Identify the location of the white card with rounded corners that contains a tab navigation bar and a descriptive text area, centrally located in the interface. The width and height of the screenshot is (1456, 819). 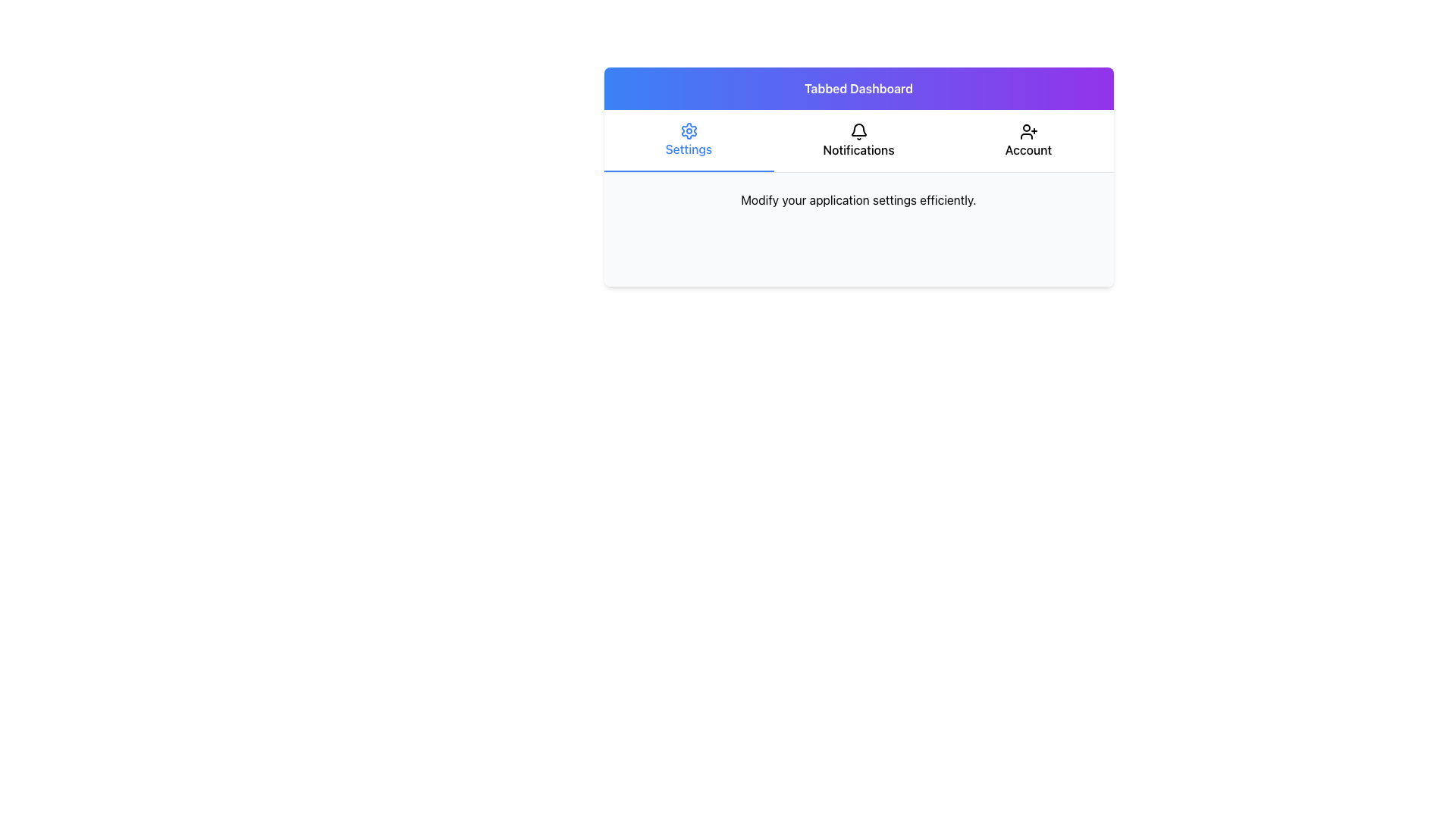
(858, 176).